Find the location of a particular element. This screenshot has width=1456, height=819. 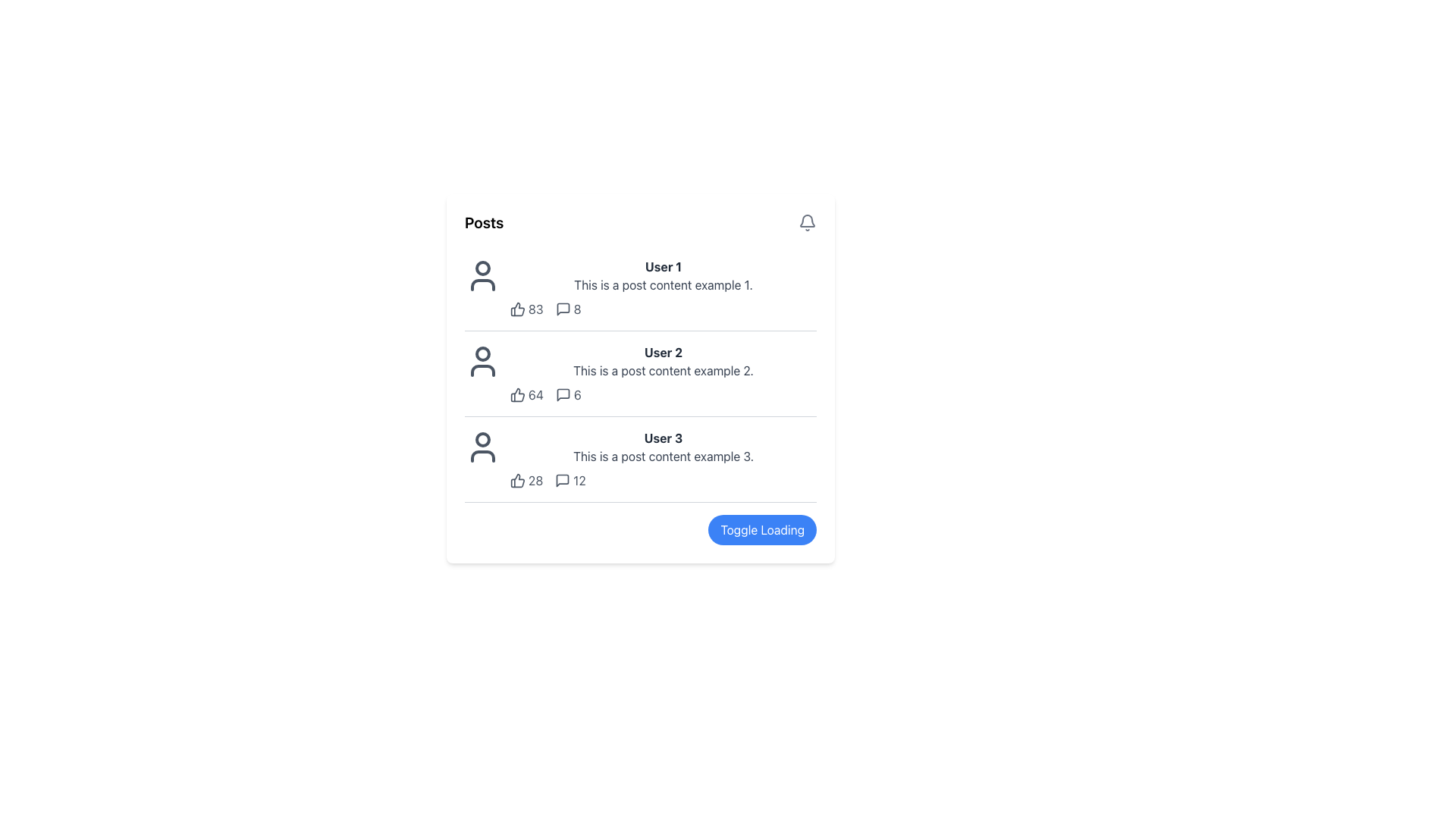

the text label displaying the post from 'User 3', located in the third post of the timeline is located at coordinates (663, 455).